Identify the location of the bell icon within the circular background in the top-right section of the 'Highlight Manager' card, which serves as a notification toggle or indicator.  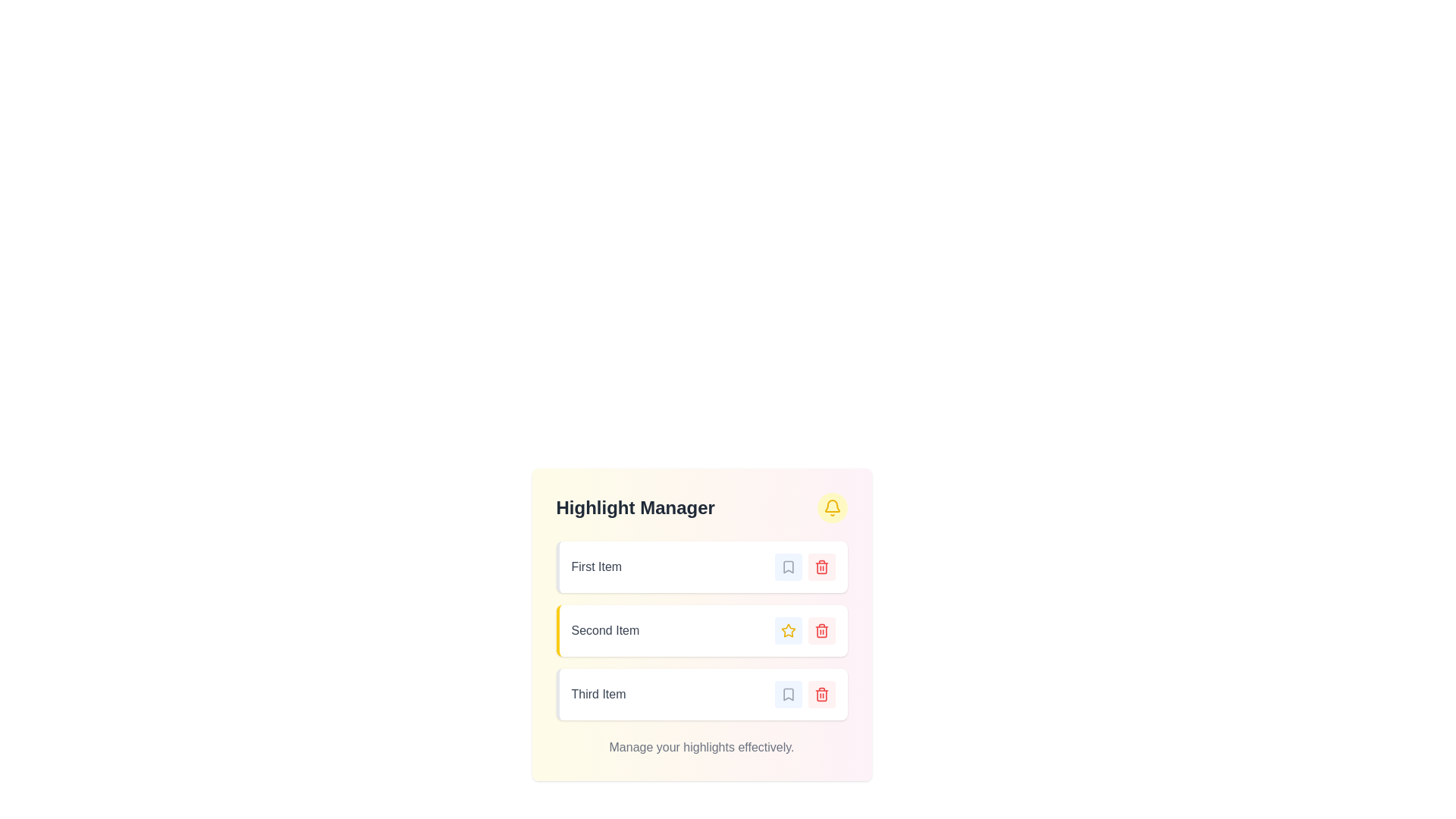
(831, 508).